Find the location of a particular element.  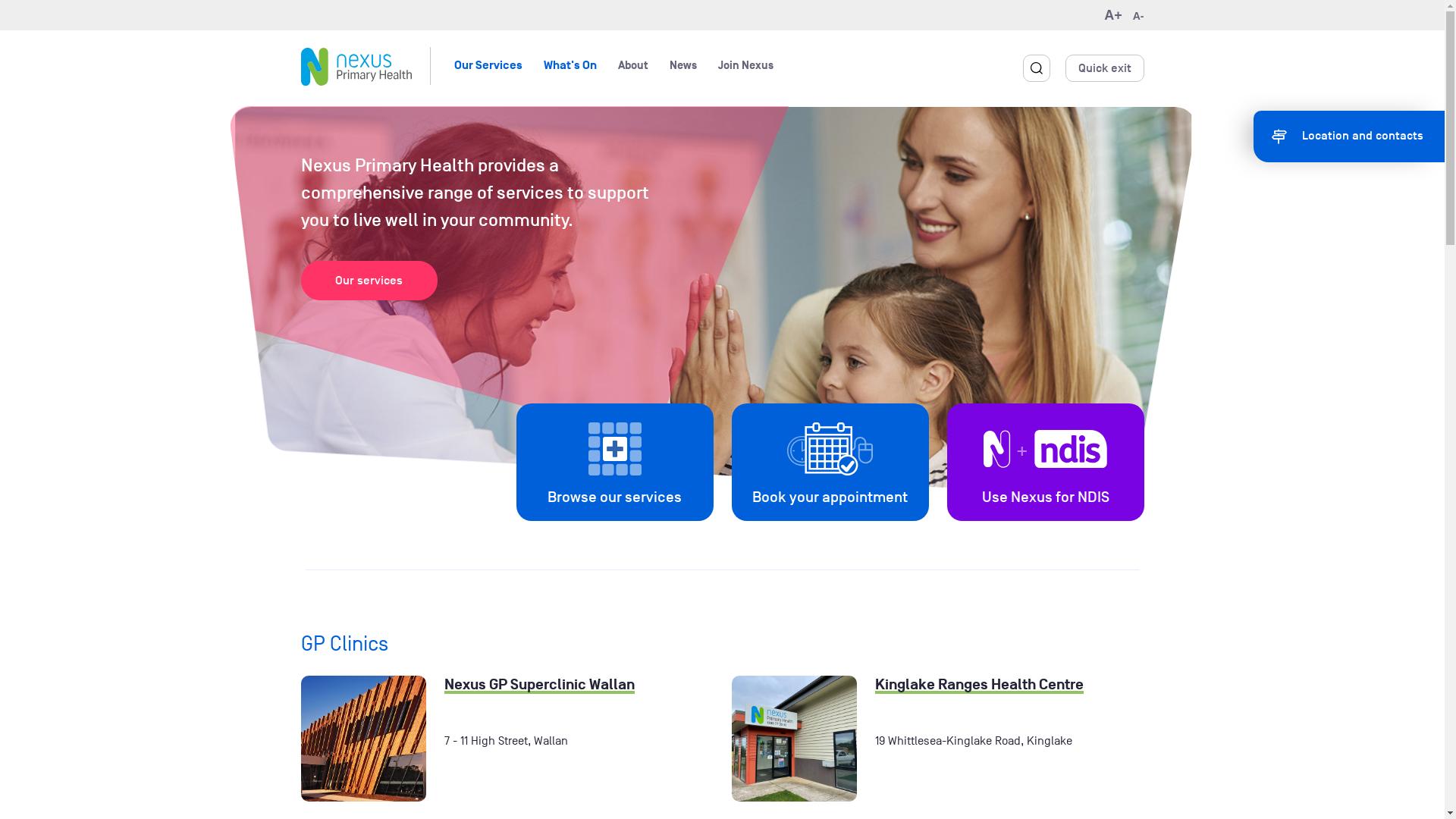

'A+' is located at coordinates (1113, 15).